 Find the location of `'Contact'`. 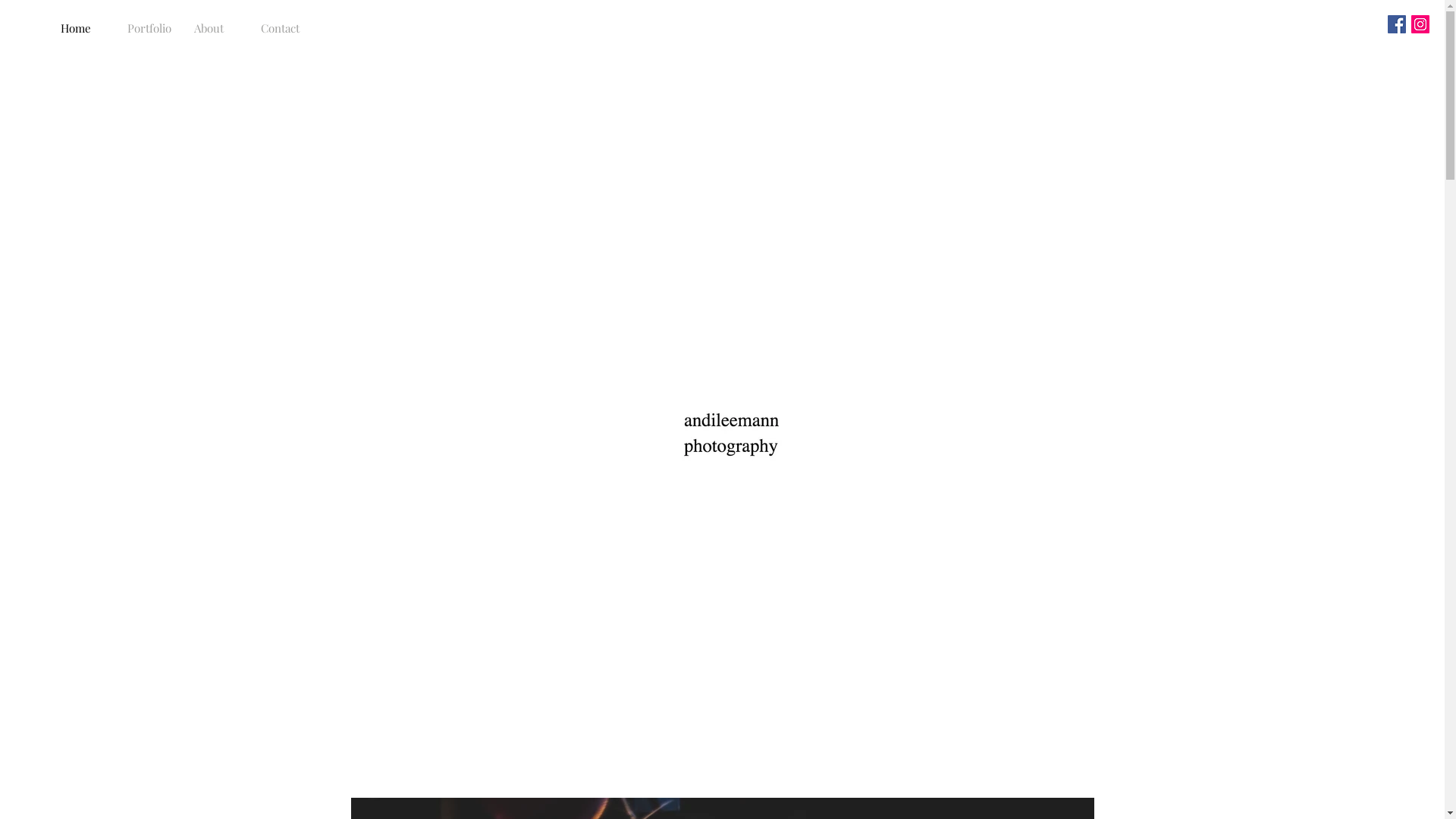

'Contact' is located at coordinates (283, 28).